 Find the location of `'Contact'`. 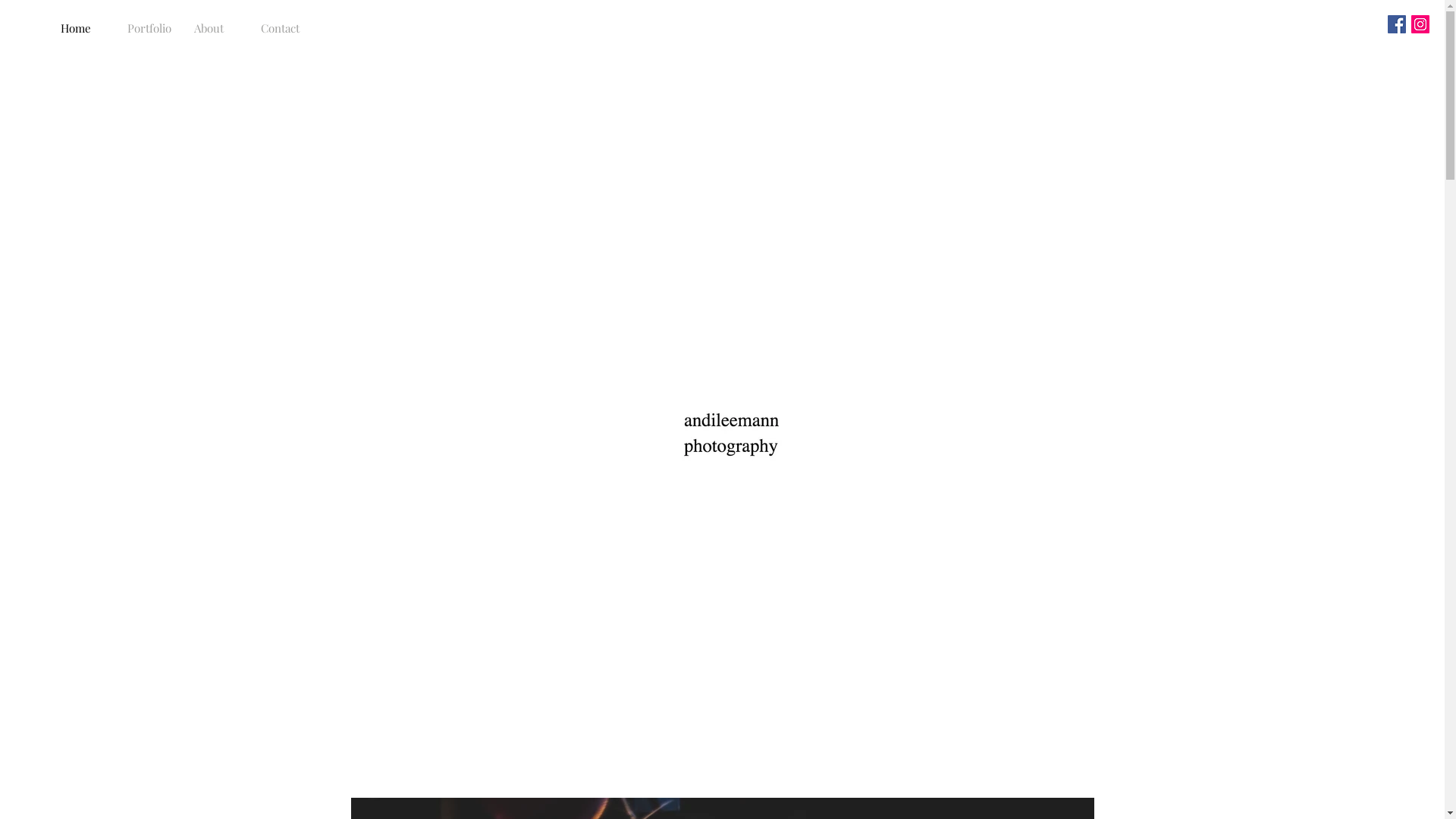

'Contact' is located at coordinates (283, 28).